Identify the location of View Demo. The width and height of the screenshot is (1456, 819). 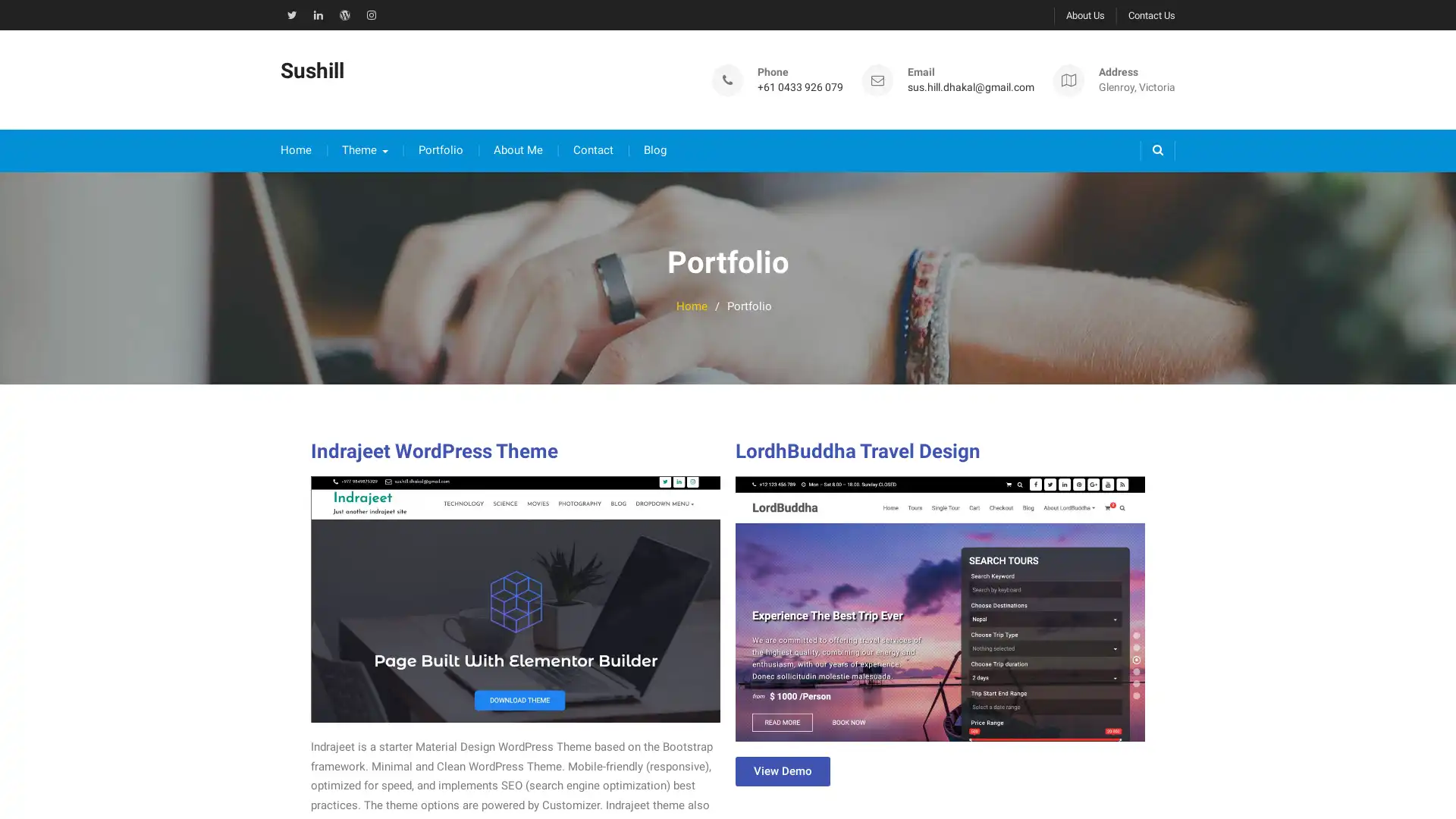
(783, 756).